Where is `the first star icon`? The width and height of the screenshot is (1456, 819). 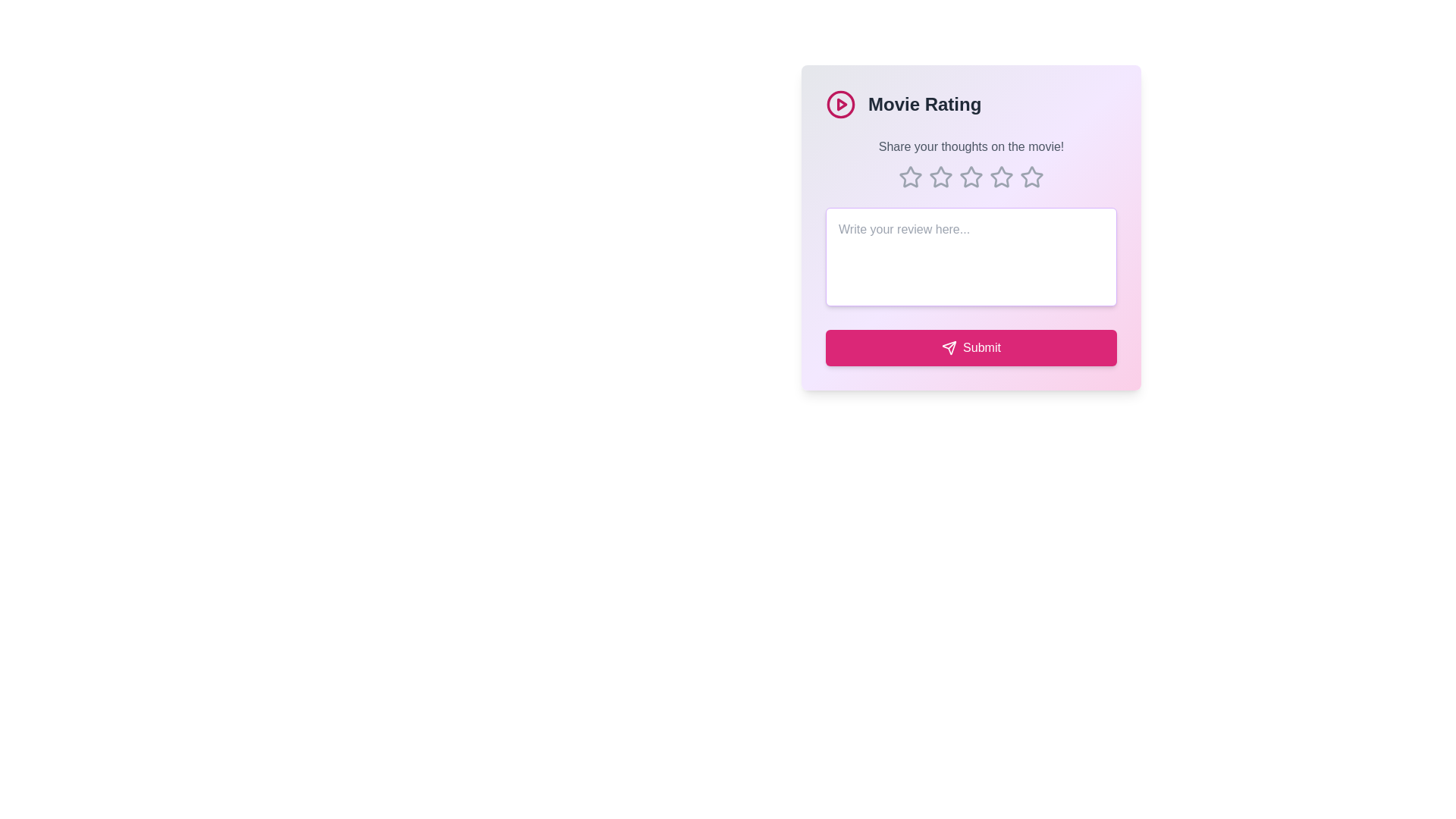 the first star icon is located at coordinates (910, 175).